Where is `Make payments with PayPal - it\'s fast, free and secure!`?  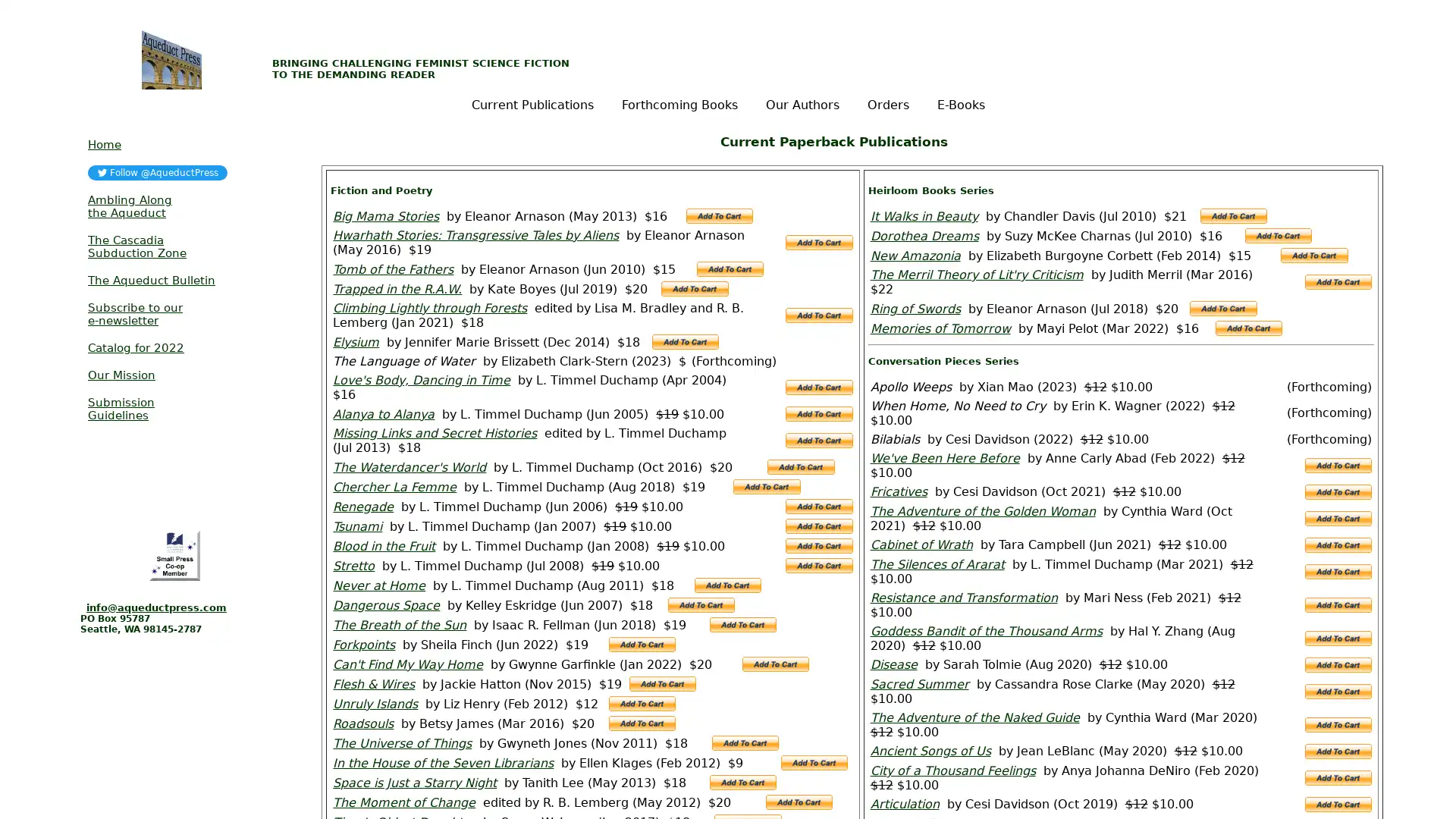 Make payments with PayPal - it\'s fast, free and secure! is located at coordinates (1338, 543).